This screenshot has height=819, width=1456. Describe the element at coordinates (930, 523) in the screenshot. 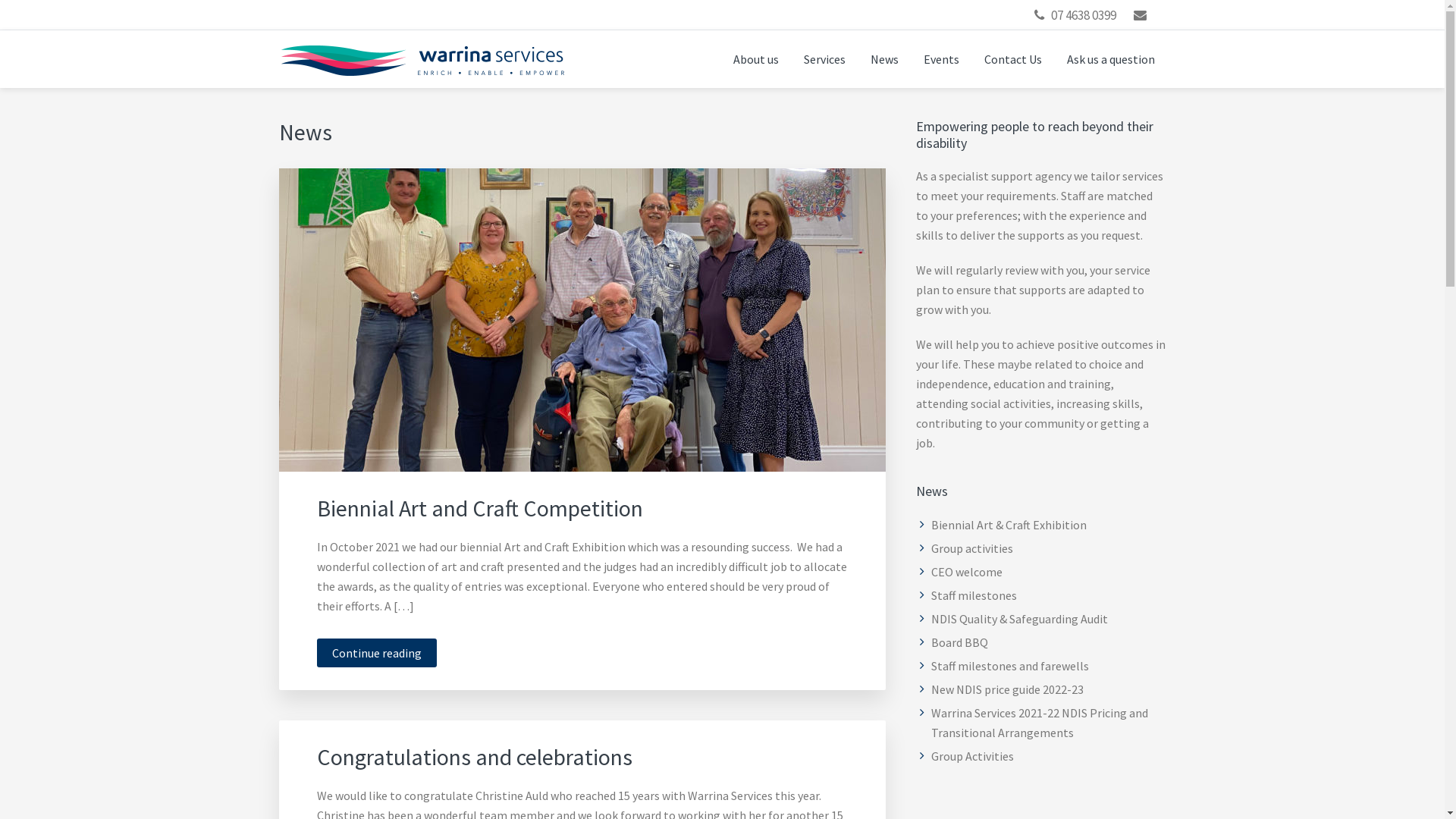

I see `'Biennial Art & Craft Exhibition'` at that location.